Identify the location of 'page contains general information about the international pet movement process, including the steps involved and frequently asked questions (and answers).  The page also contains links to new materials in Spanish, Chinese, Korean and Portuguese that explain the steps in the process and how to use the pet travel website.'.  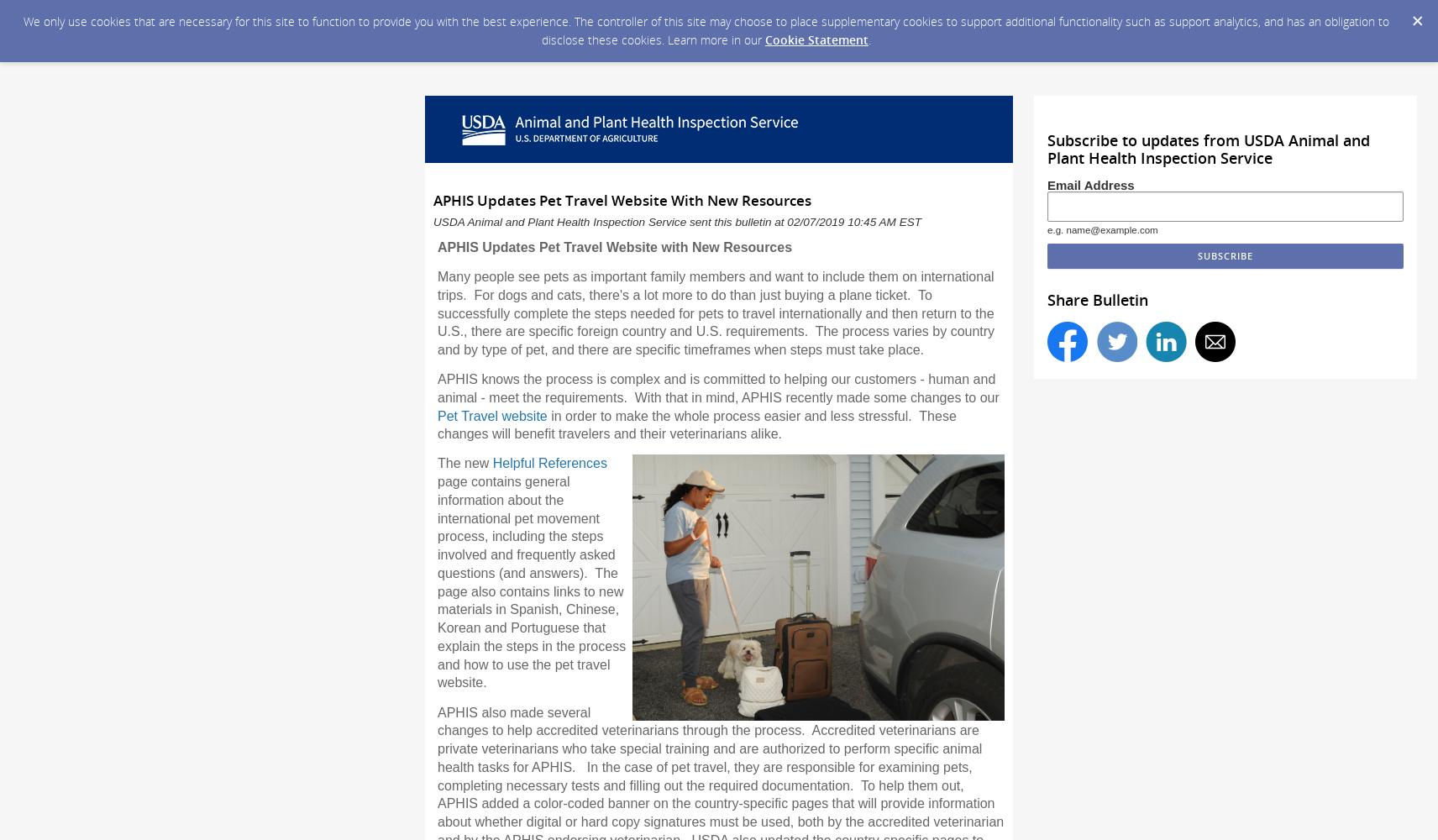
(436, 581).